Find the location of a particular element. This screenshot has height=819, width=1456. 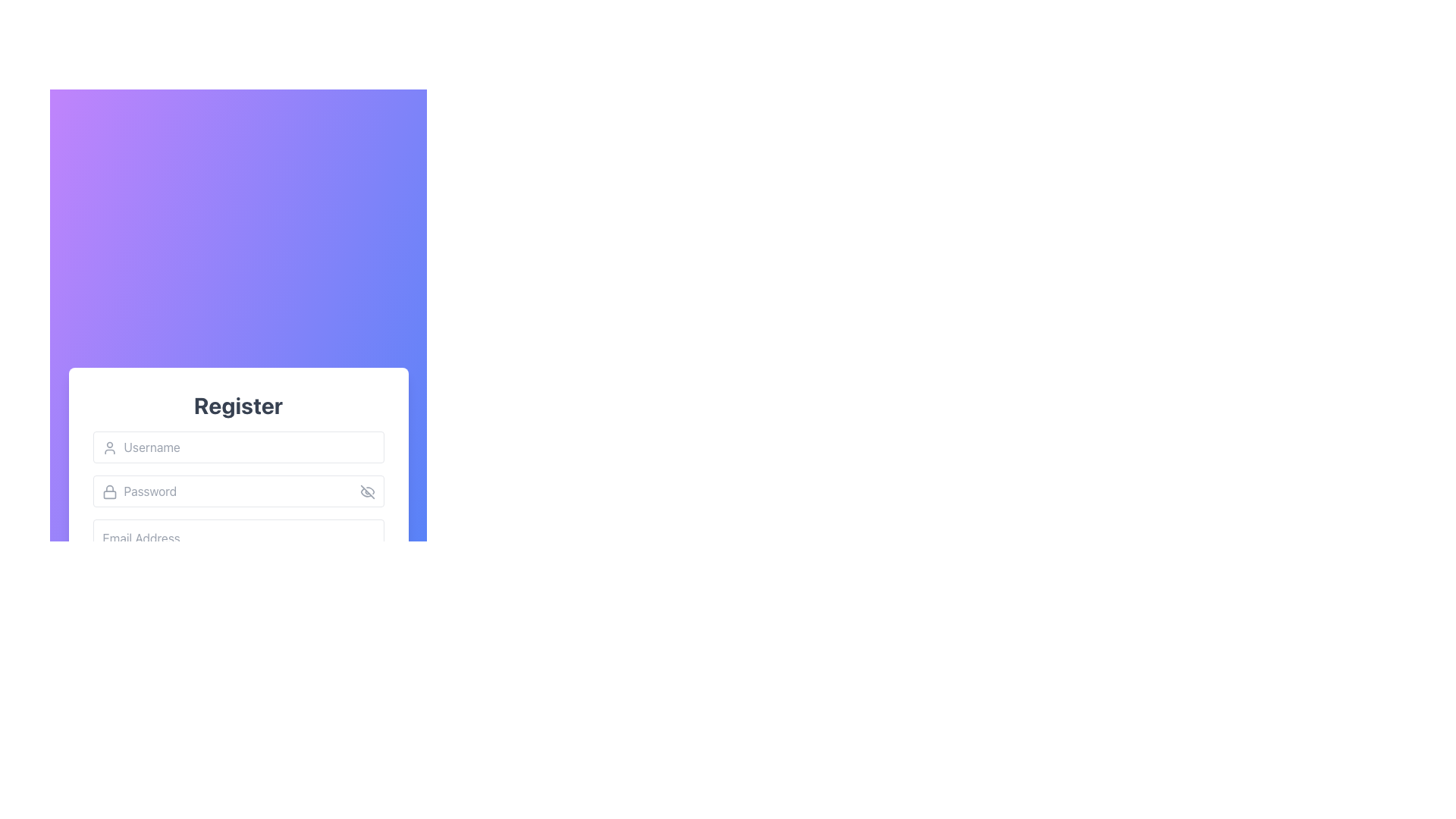

the lock icon located inside the password input field, which indicates secure password entry is located at coordinates (108, 491).